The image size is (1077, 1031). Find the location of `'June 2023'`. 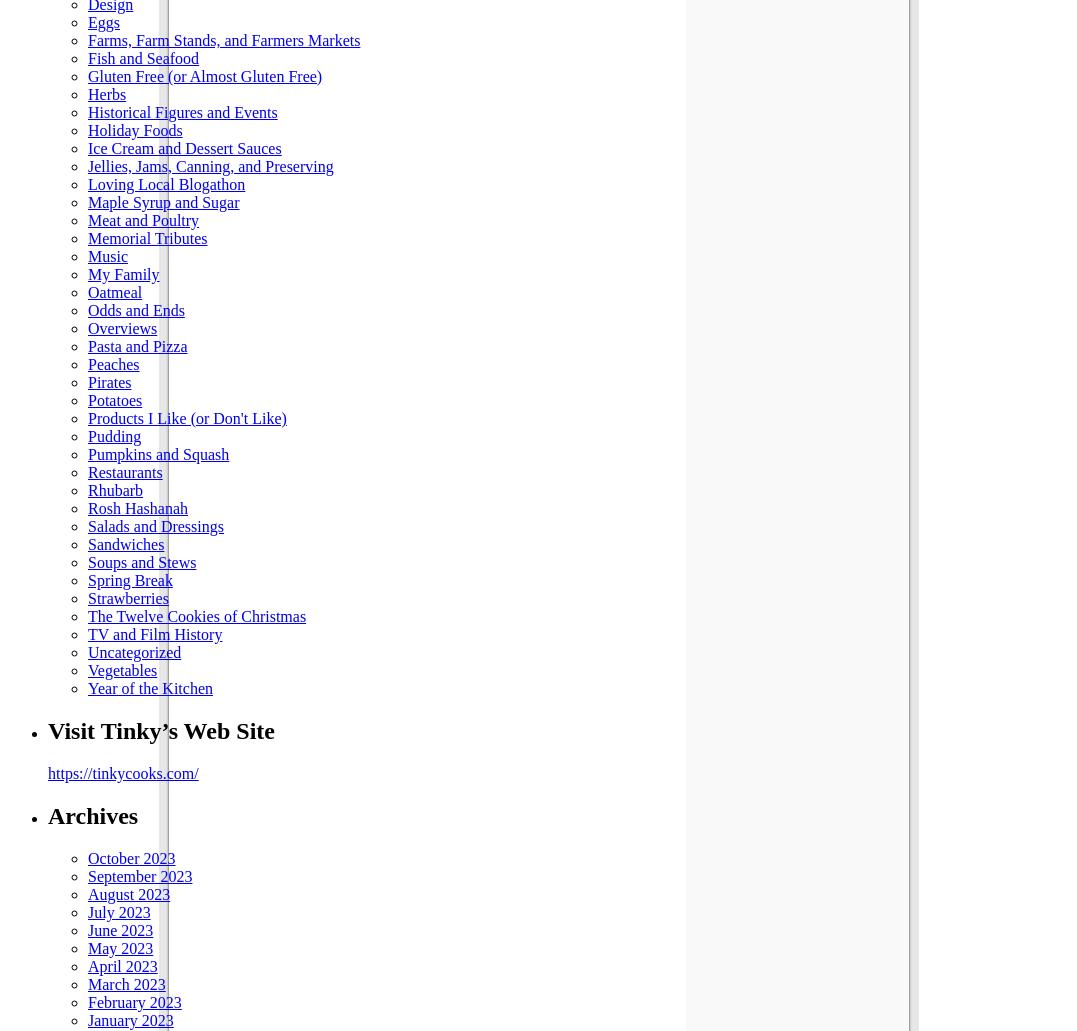

'June 2023' is located at coordinates (119, 928).